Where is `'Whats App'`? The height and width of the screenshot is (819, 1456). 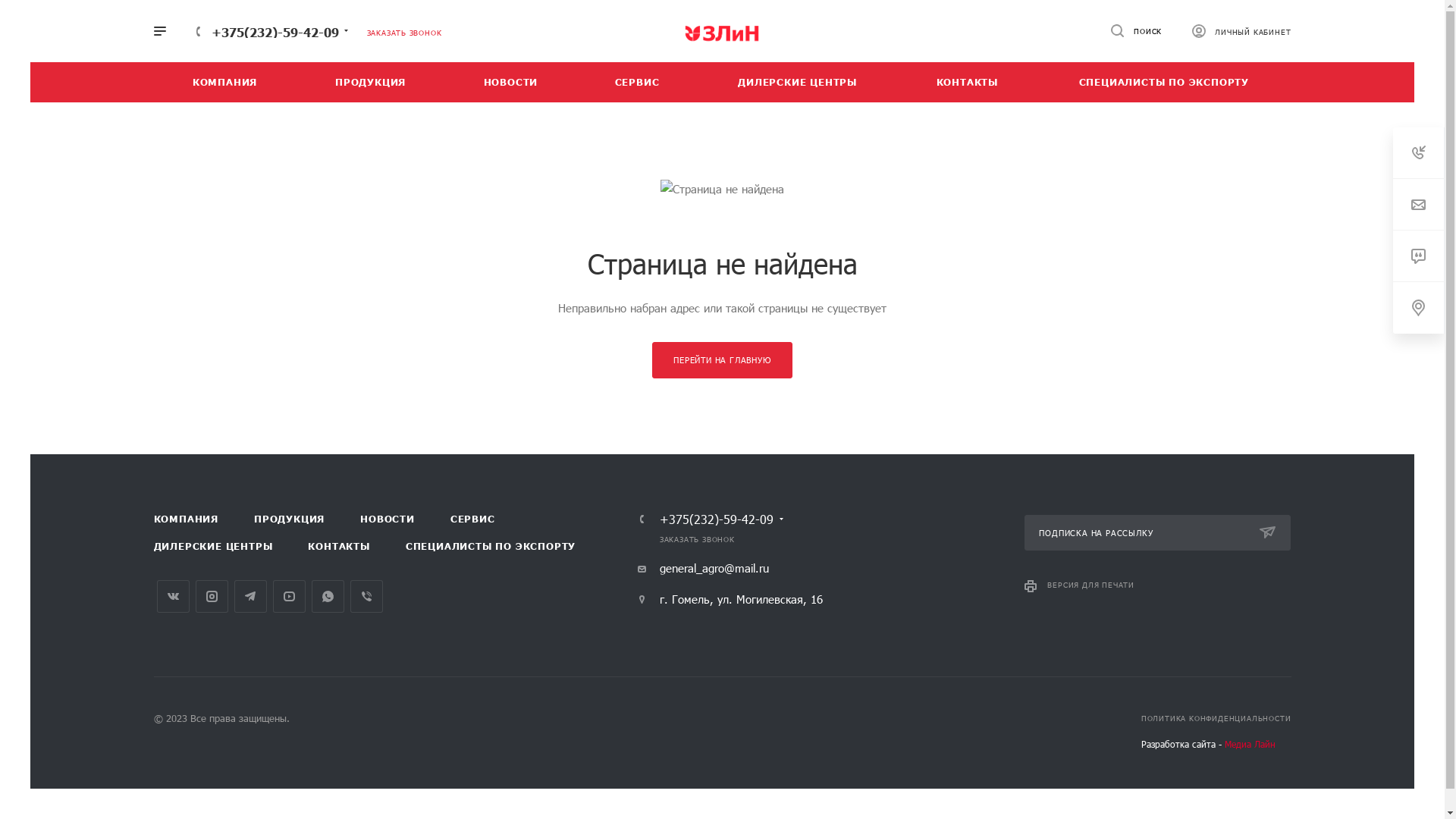 'Whats App' is located at coordinates (326, 595).